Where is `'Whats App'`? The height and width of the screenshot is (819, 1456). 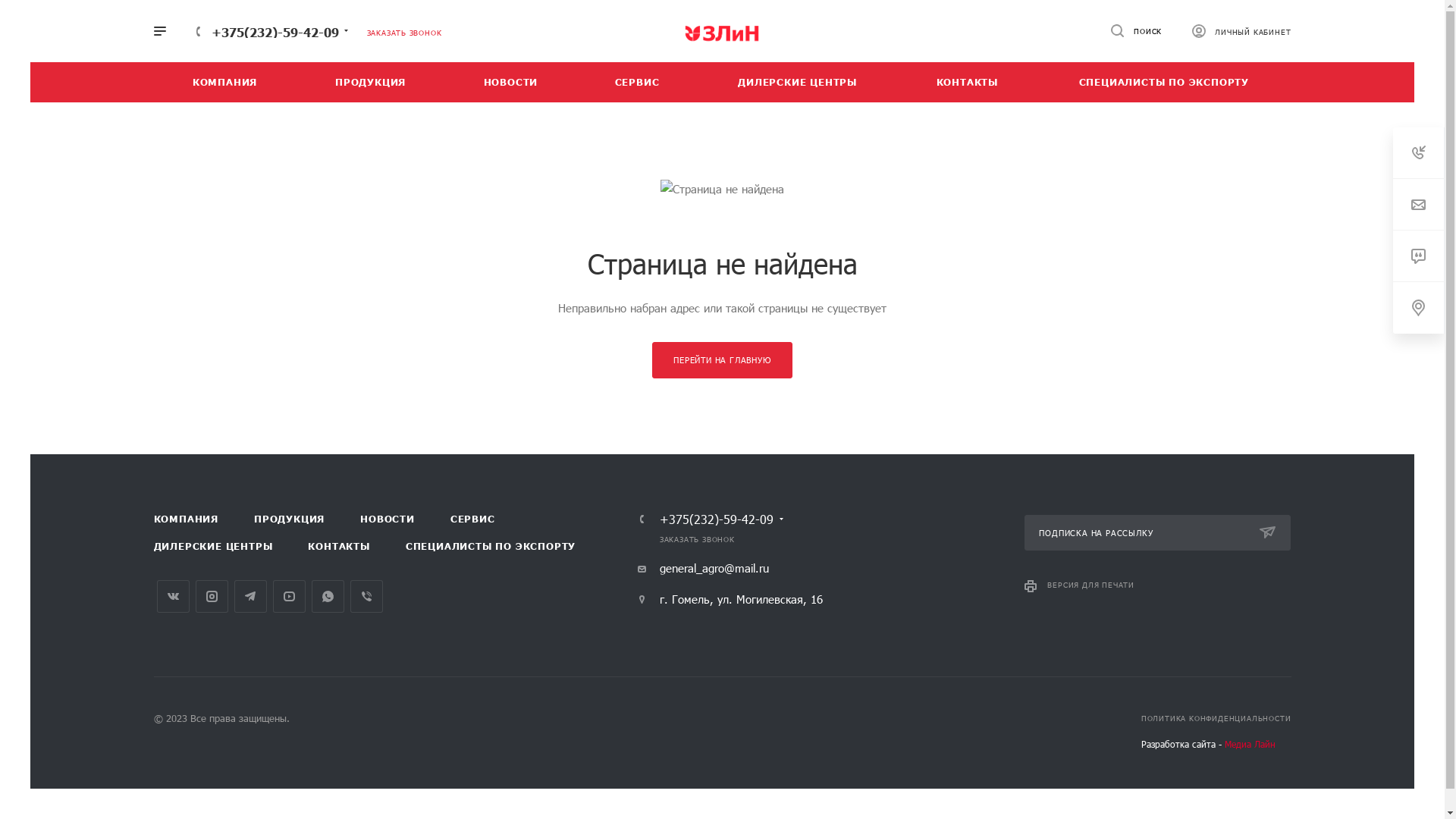 'Whats App' is located at coordinates (326, 595).